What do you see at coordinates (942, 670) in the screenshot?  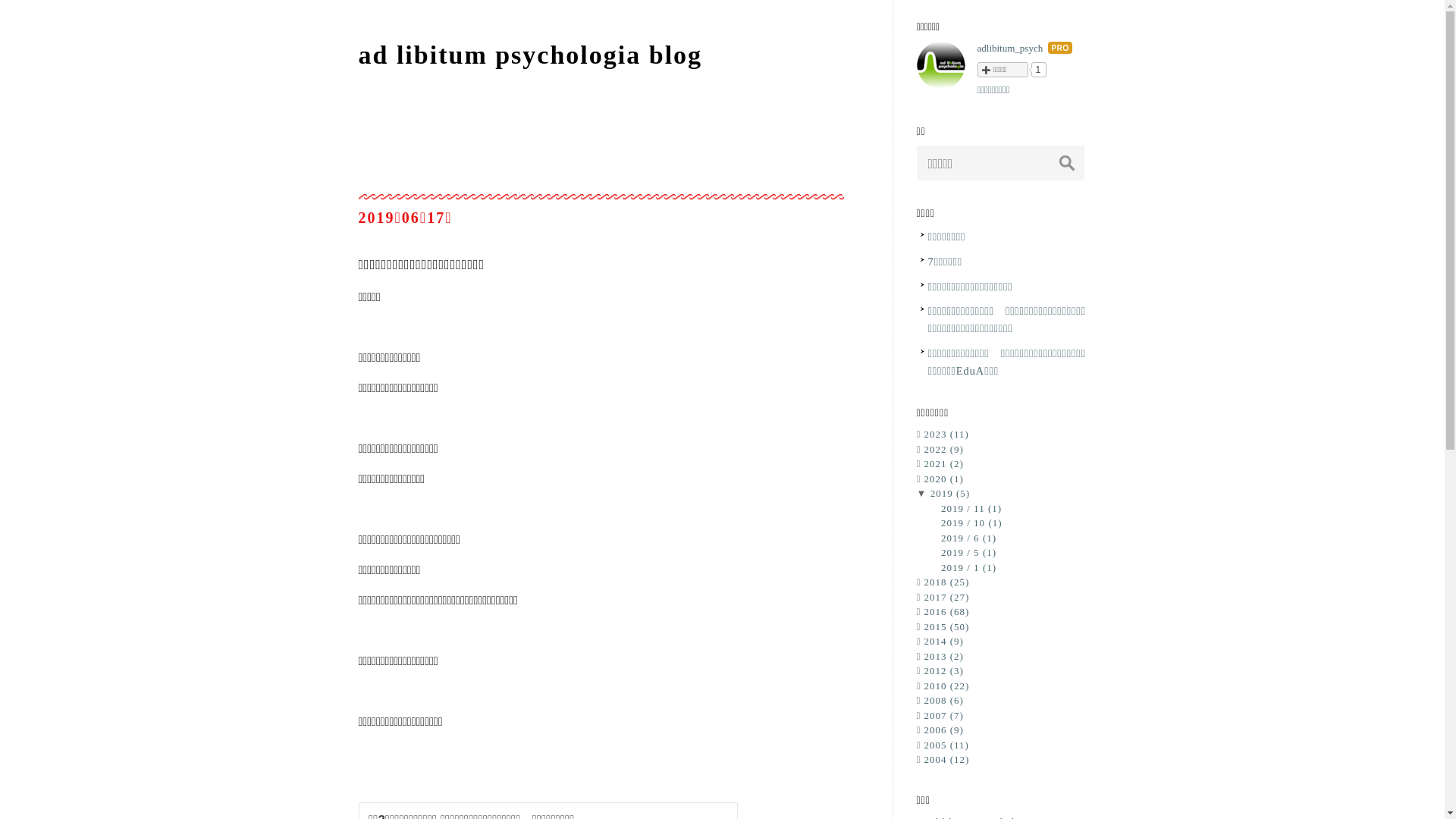 I see `'2012 (3)'` at bounding box center [942, 670].